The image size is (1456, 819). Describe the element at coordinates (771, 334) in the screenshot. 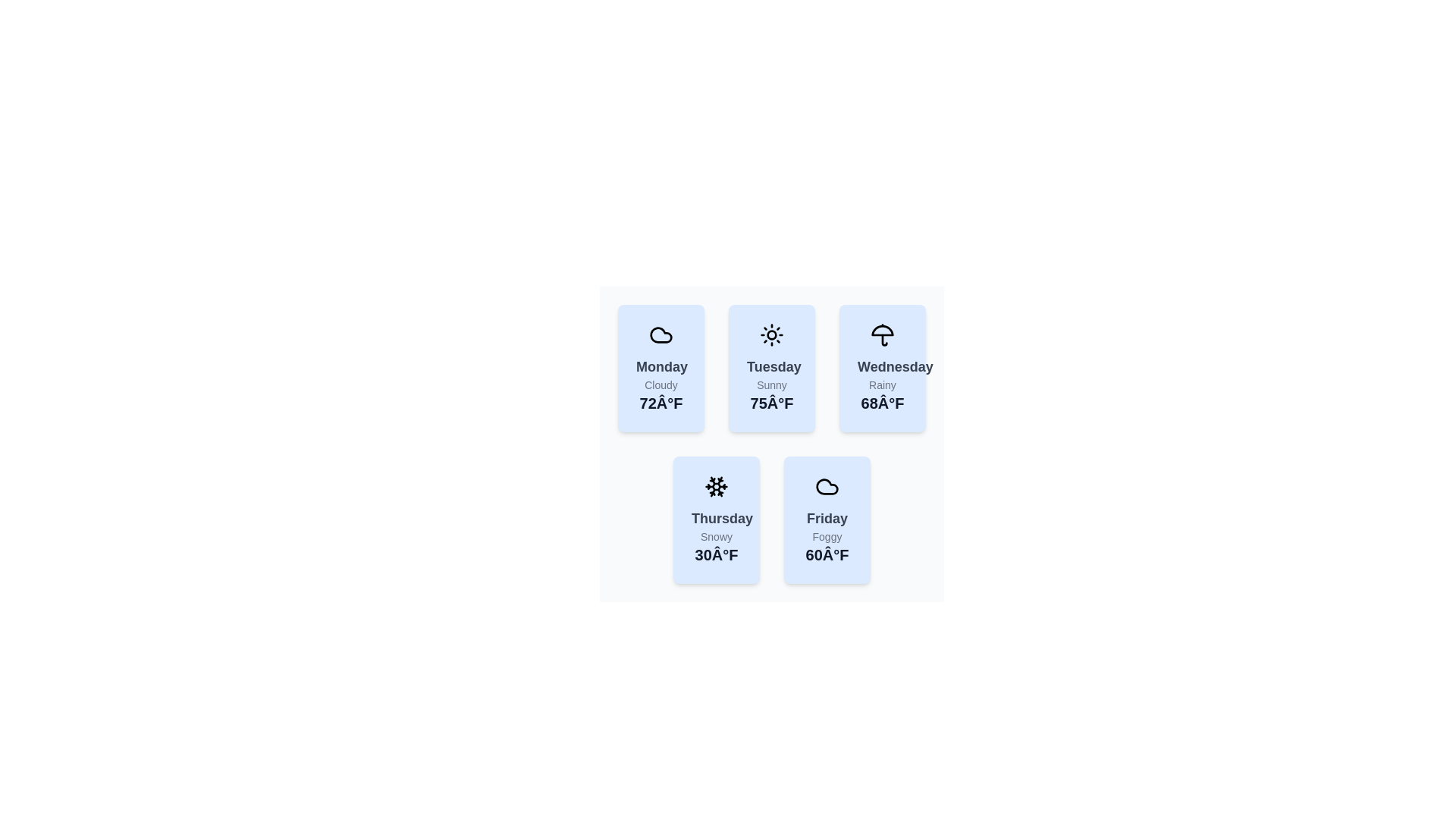

I see `the filled circular shape at the center of the sun icon on the 'Tuesday' weather card for interactions` at that location.